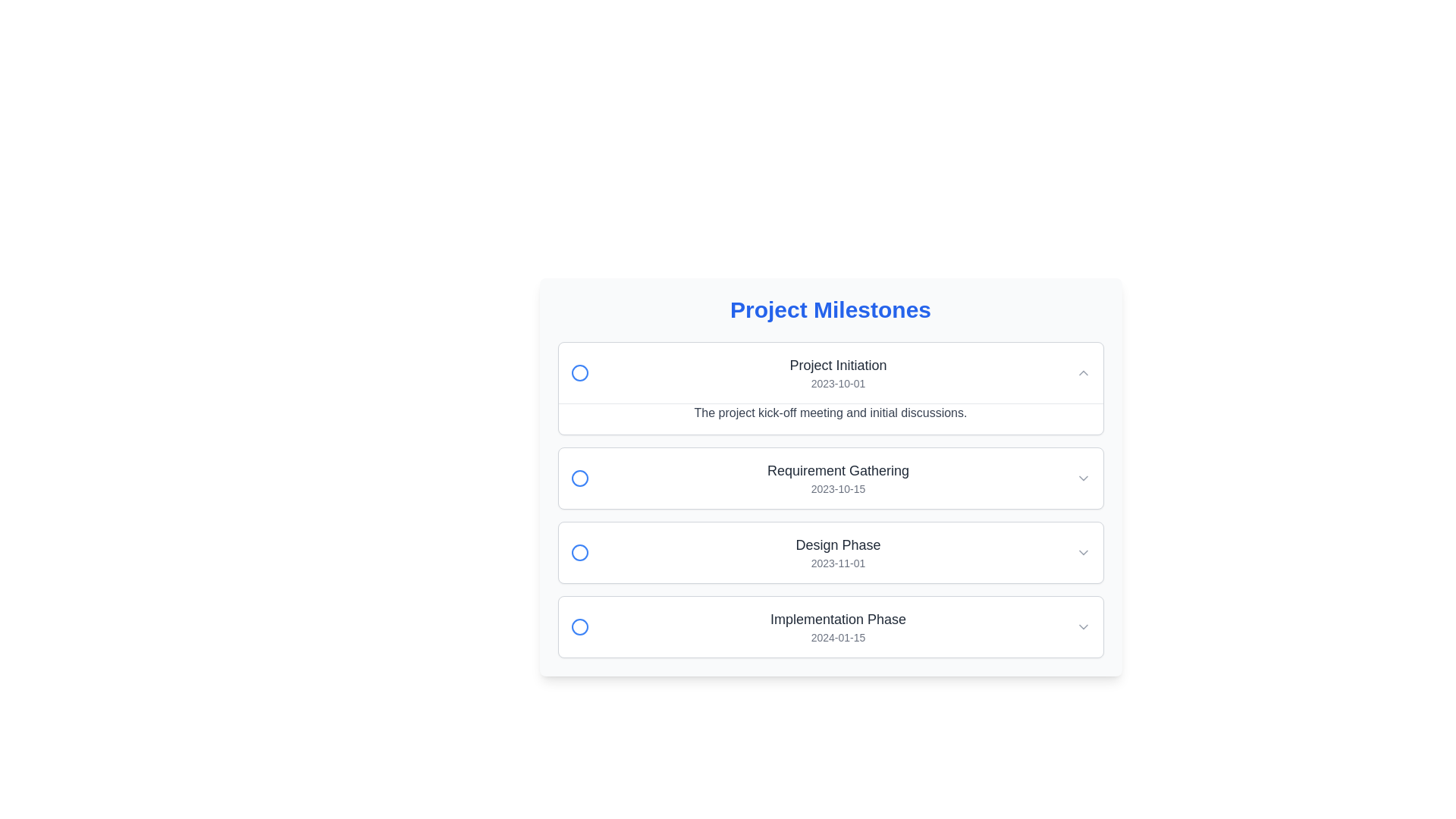 The height and width of the screenshot is (819, 1456). What do you see at coordinates (830, 553) in the screenshot?
I see `the third list item representing the 'Design Phase' milestone` at bounding box center [830, 553].